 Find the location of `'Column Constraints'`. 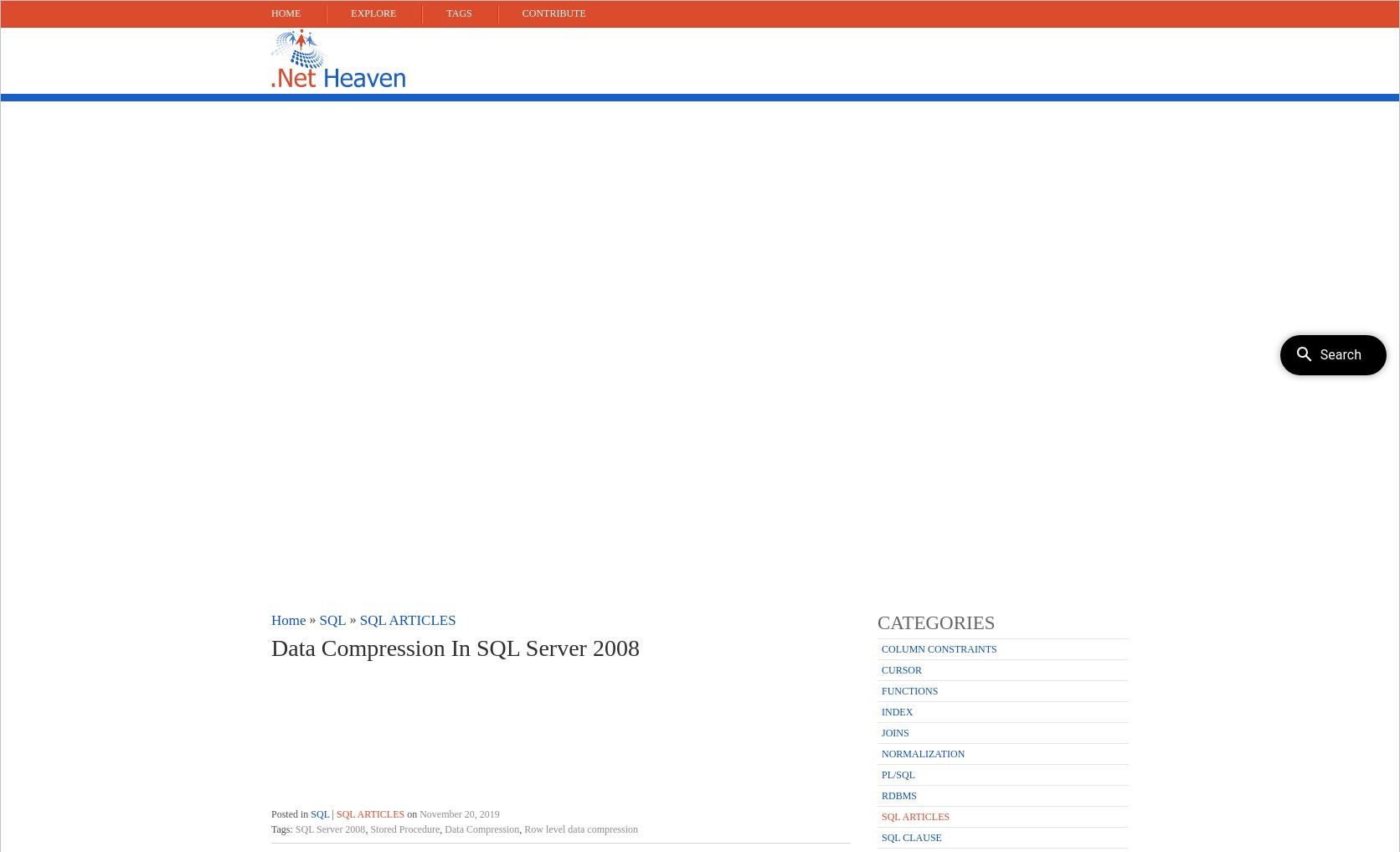

'Column Constraints' is located at coordinates (939, 648).